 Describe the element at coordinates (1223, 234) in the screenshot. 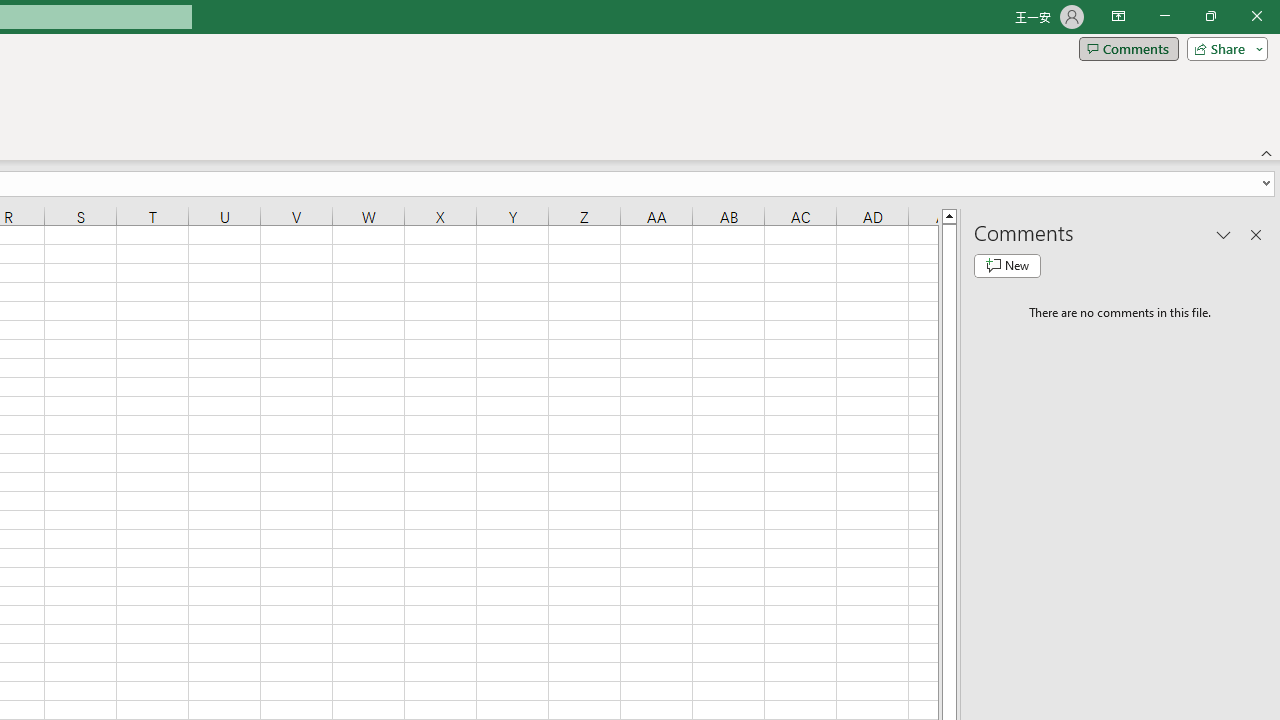

I see `'Task Pane Options'` at that location.